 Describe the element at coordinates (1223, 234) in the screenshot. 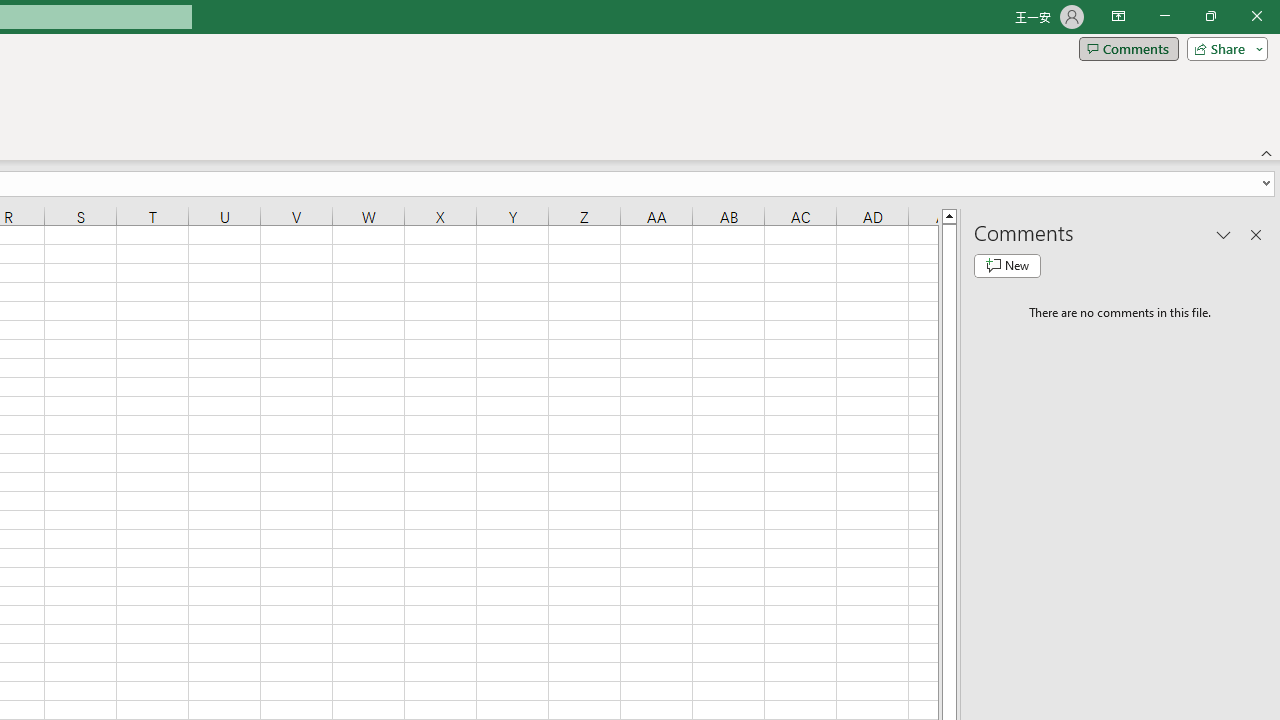

I see `'Task Pane Options'` at that location.